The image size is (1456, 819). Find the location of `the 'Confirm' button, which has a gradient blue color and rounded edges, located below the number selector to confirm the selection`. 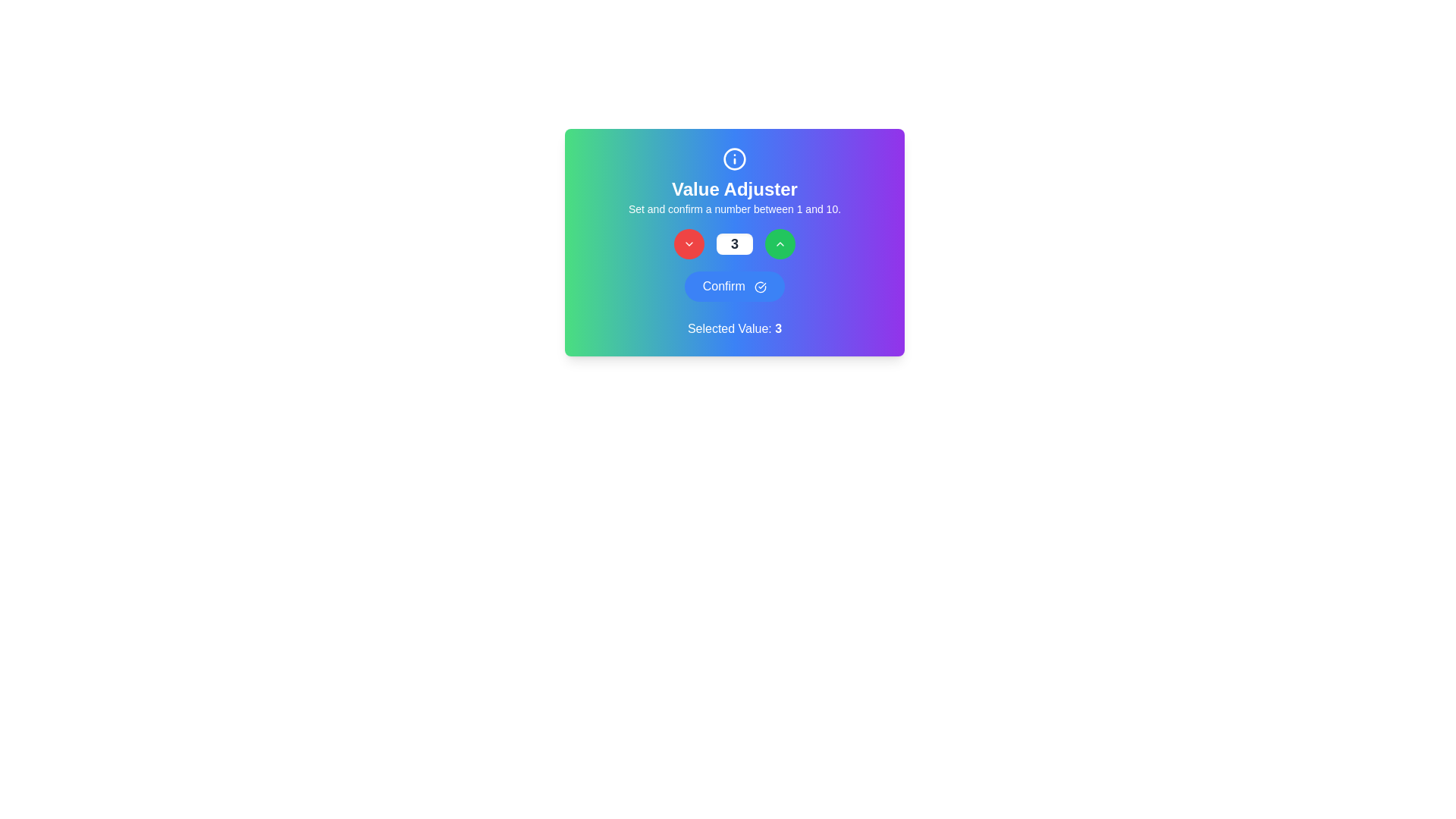

the 'Confirm' button, which has a gradient blue color and rounded edges, located below the number selector to confirm the selection is located at coordinates (735, 265).